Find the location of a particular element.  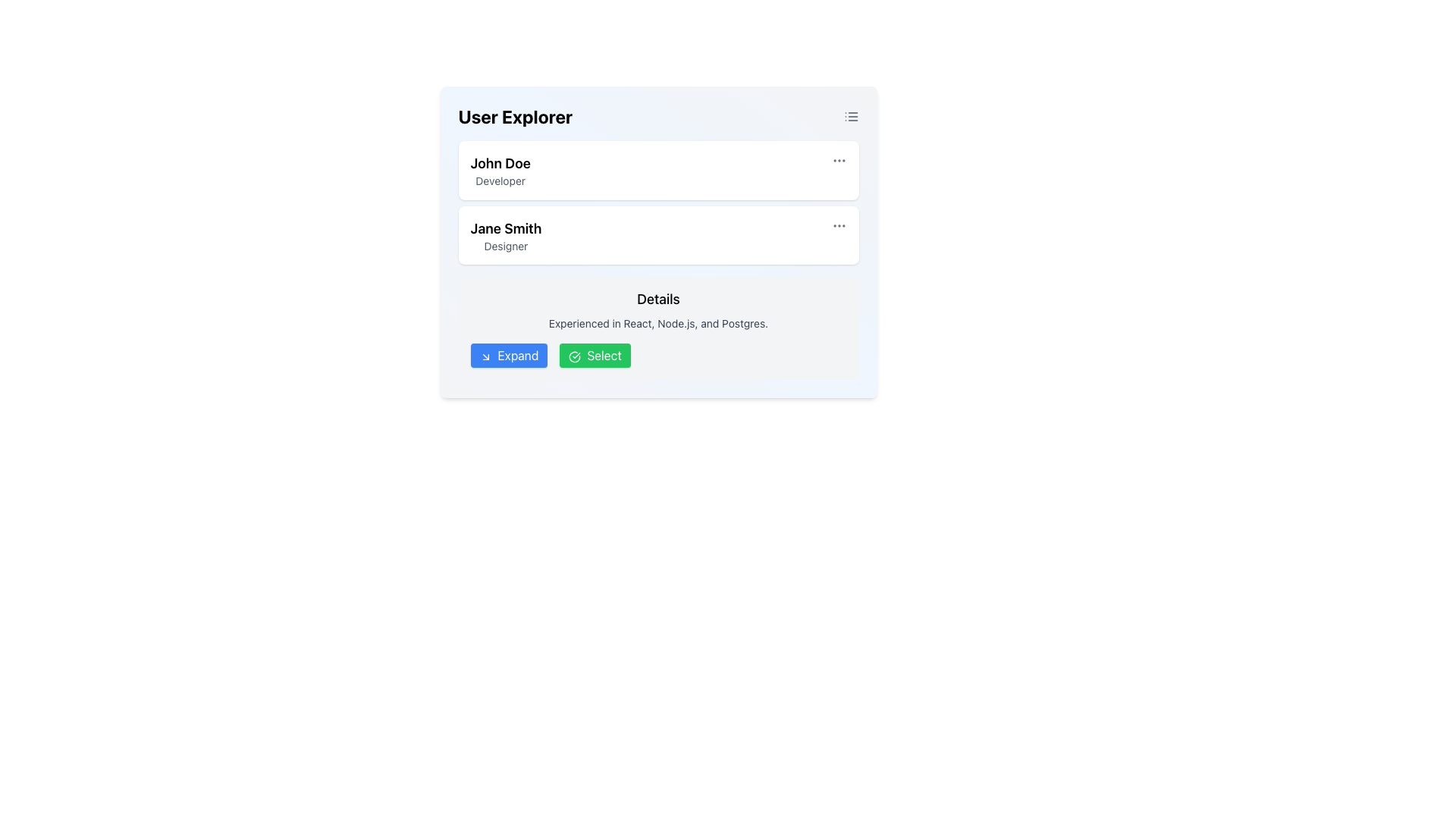

the User Profile Card located is located at coordinates (658, 235).